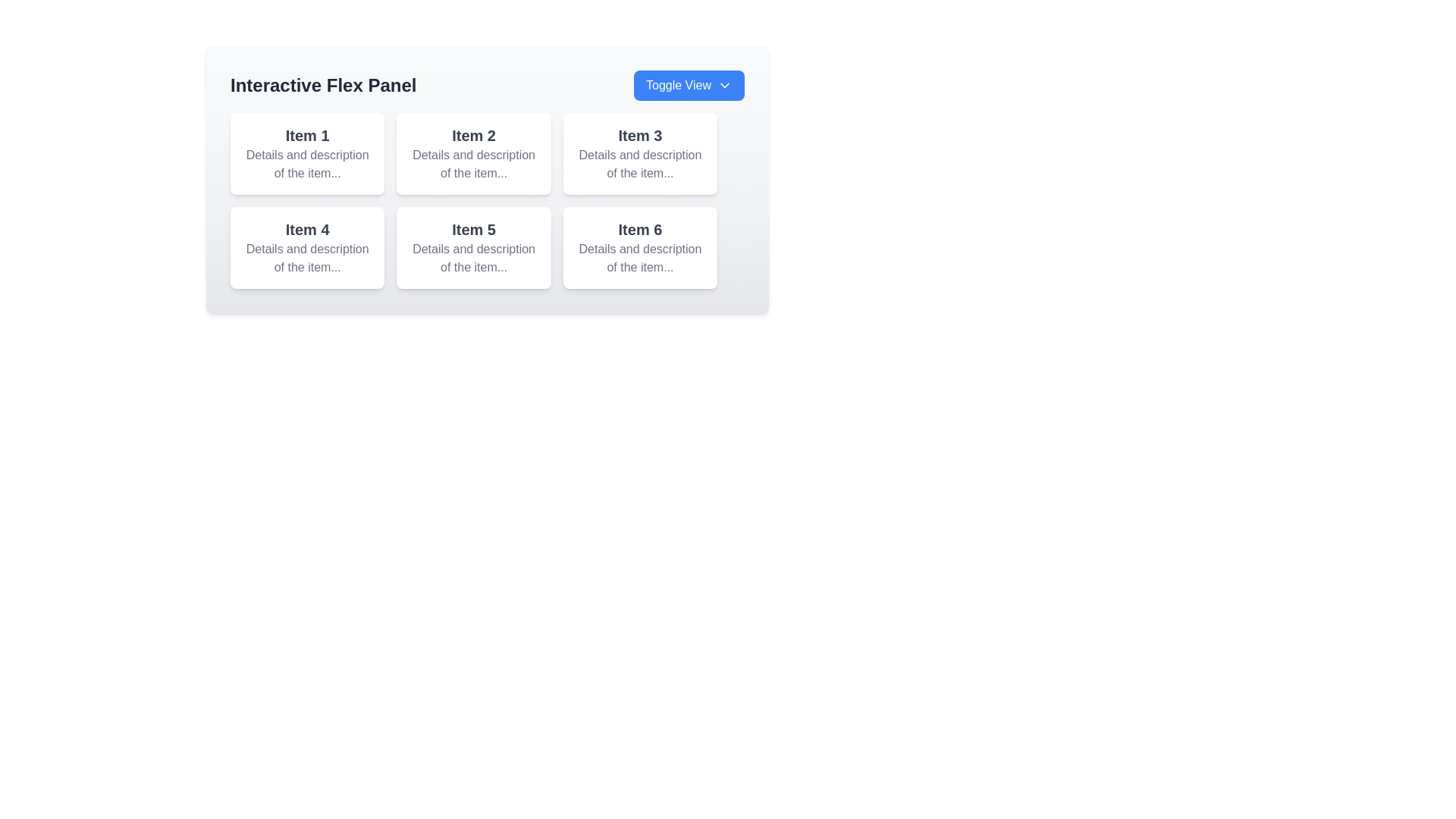 This screenshot has width=1456, height=819. Describe the element at coordinates (723, 85) in the screenshot. I see `the downwards-pointing chevron icon within the 'Toggle View' button` at that location.